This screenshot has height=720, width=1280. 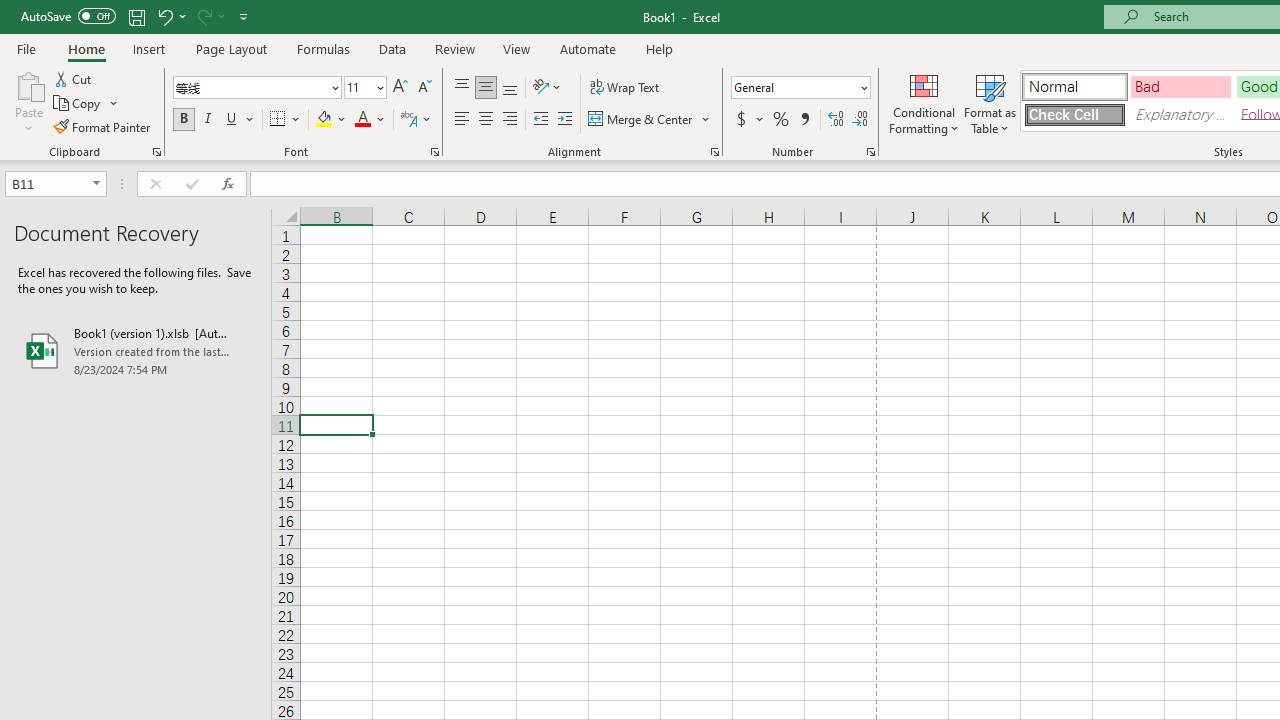 I want to click on 'Increase Decimal', so click(x=836, y=119).